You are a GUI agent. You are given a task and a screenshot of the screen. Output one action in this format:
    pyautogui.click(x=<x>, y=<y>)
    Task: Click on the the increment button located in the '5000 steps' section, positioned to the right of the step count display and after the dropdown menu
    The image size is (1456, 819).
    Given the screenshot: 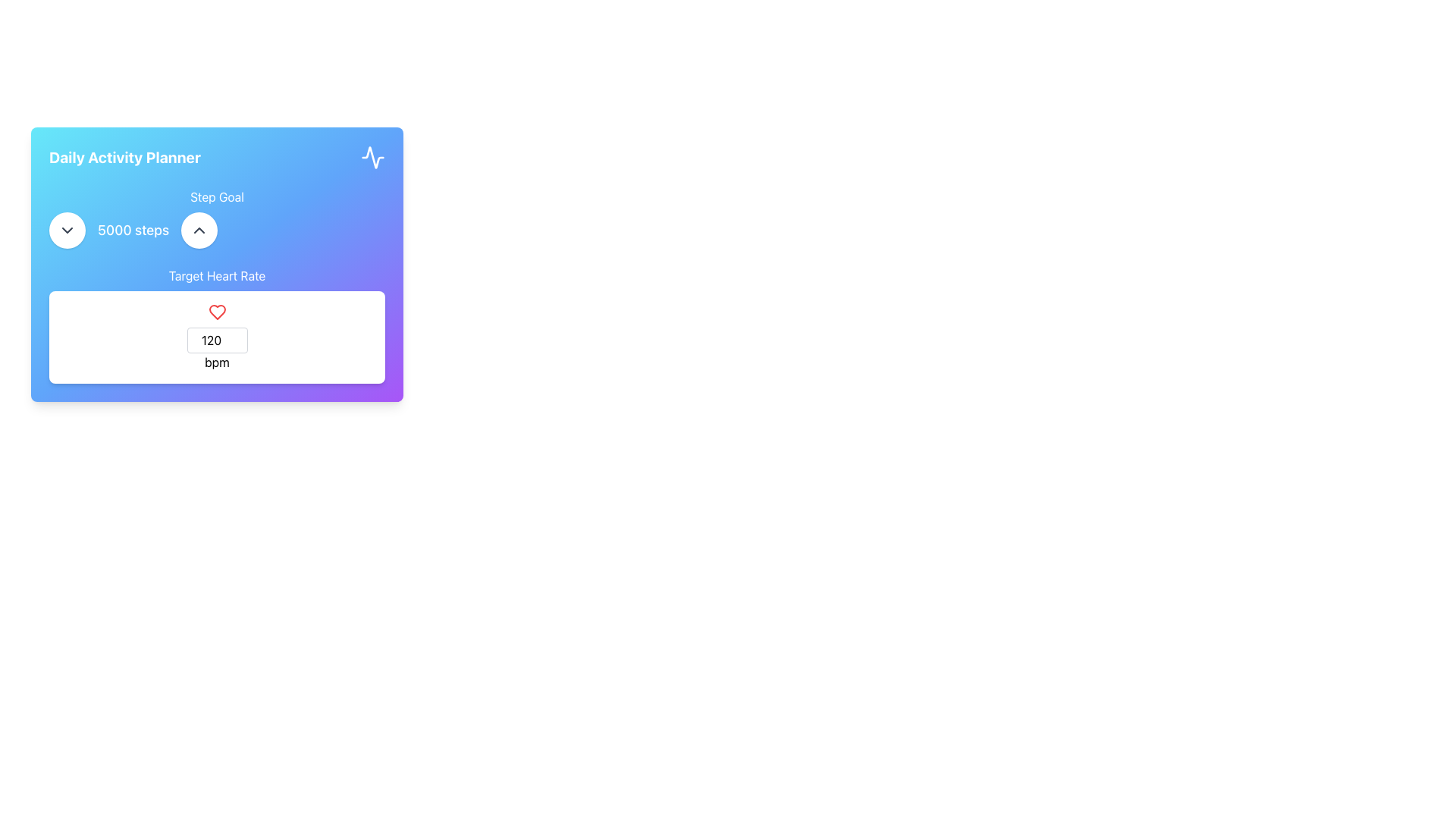 What is the action you would take?
    pyautogui.click(x=199, y=231)
    